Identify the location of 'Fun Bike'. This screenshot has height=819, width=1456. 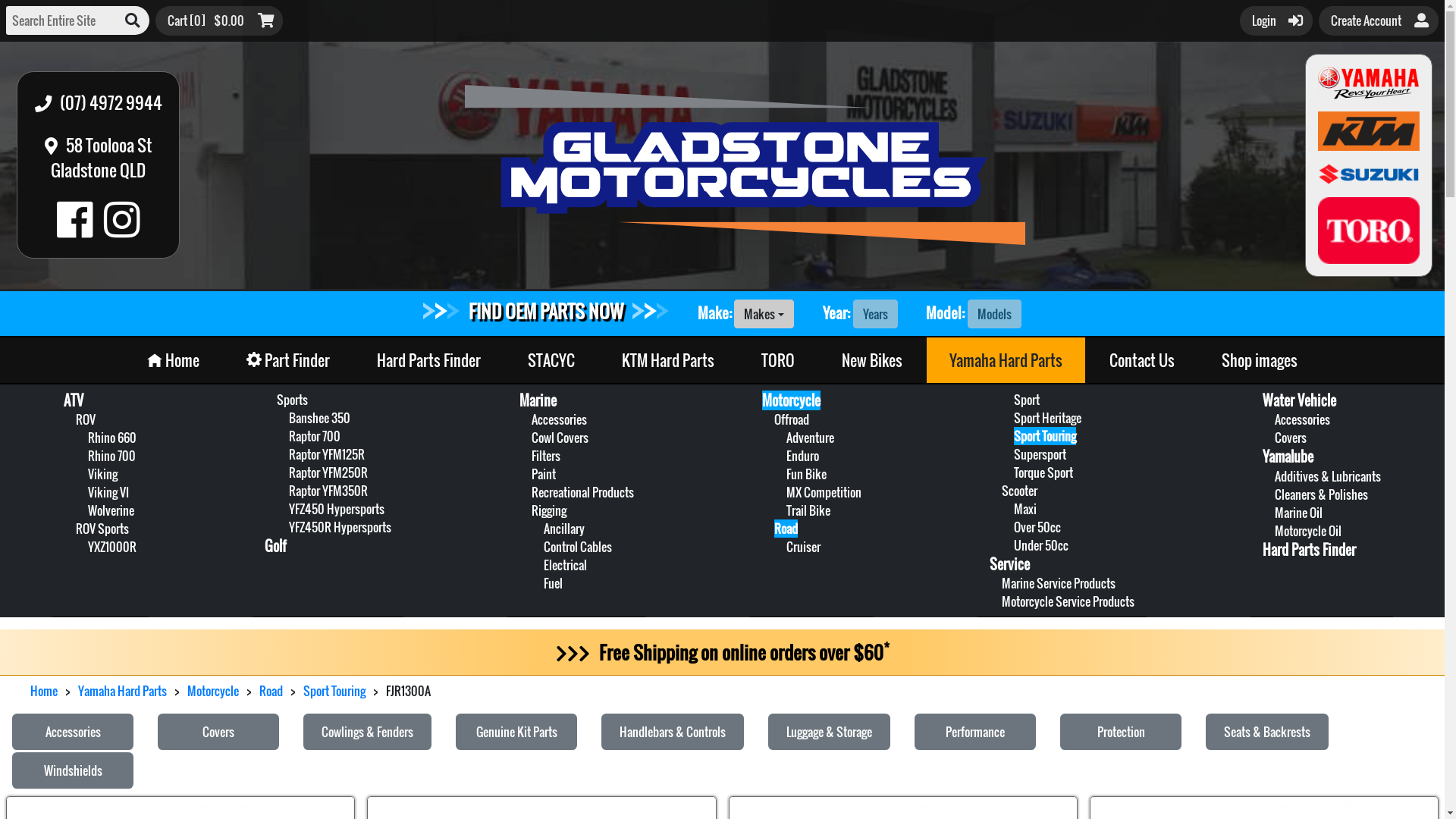
(805, 472).